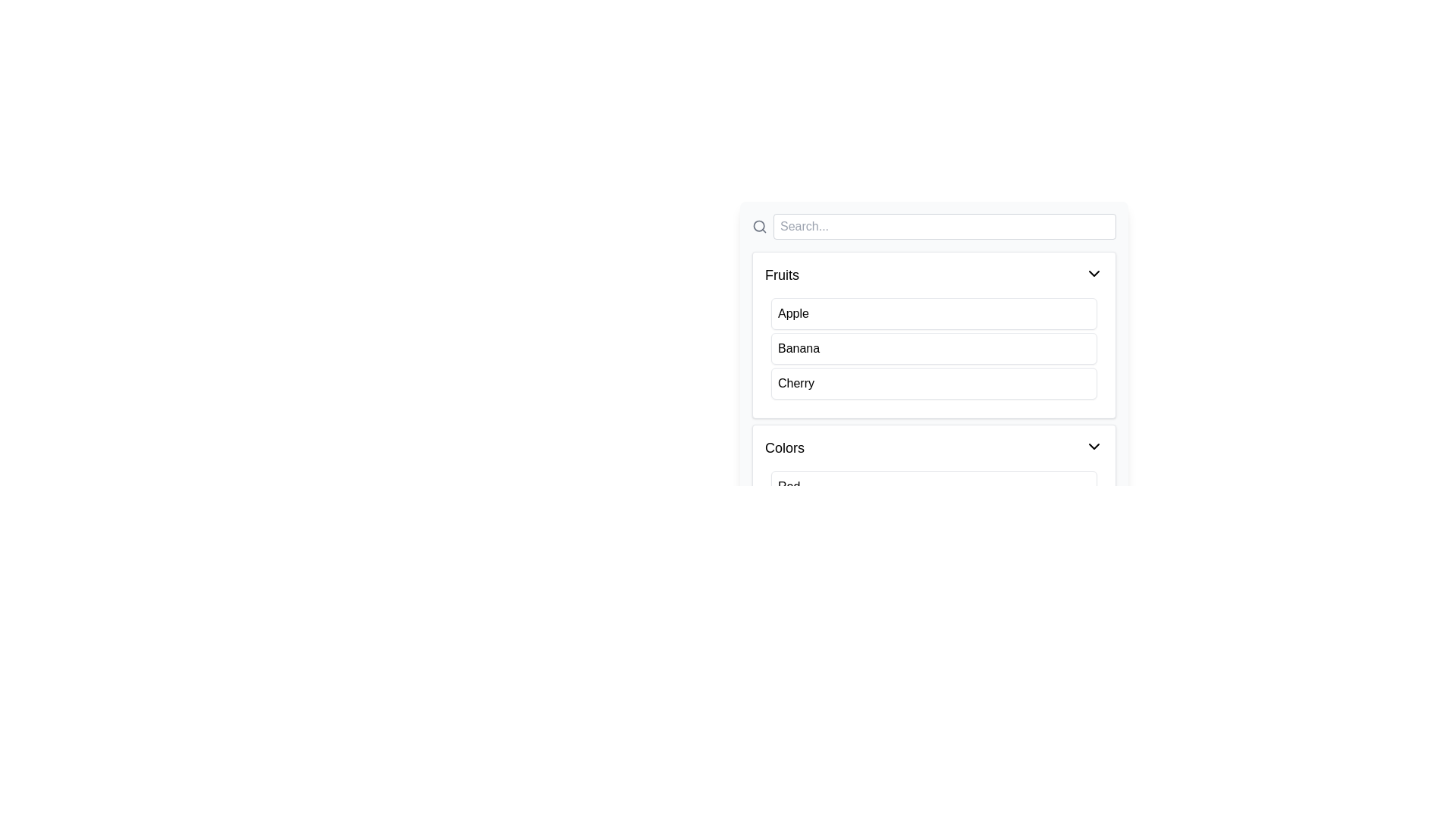 The image size is (1456, 819). I want to click on the 'Banana' text label within the 'Fruits' dropdown menu, so click(798, 348).